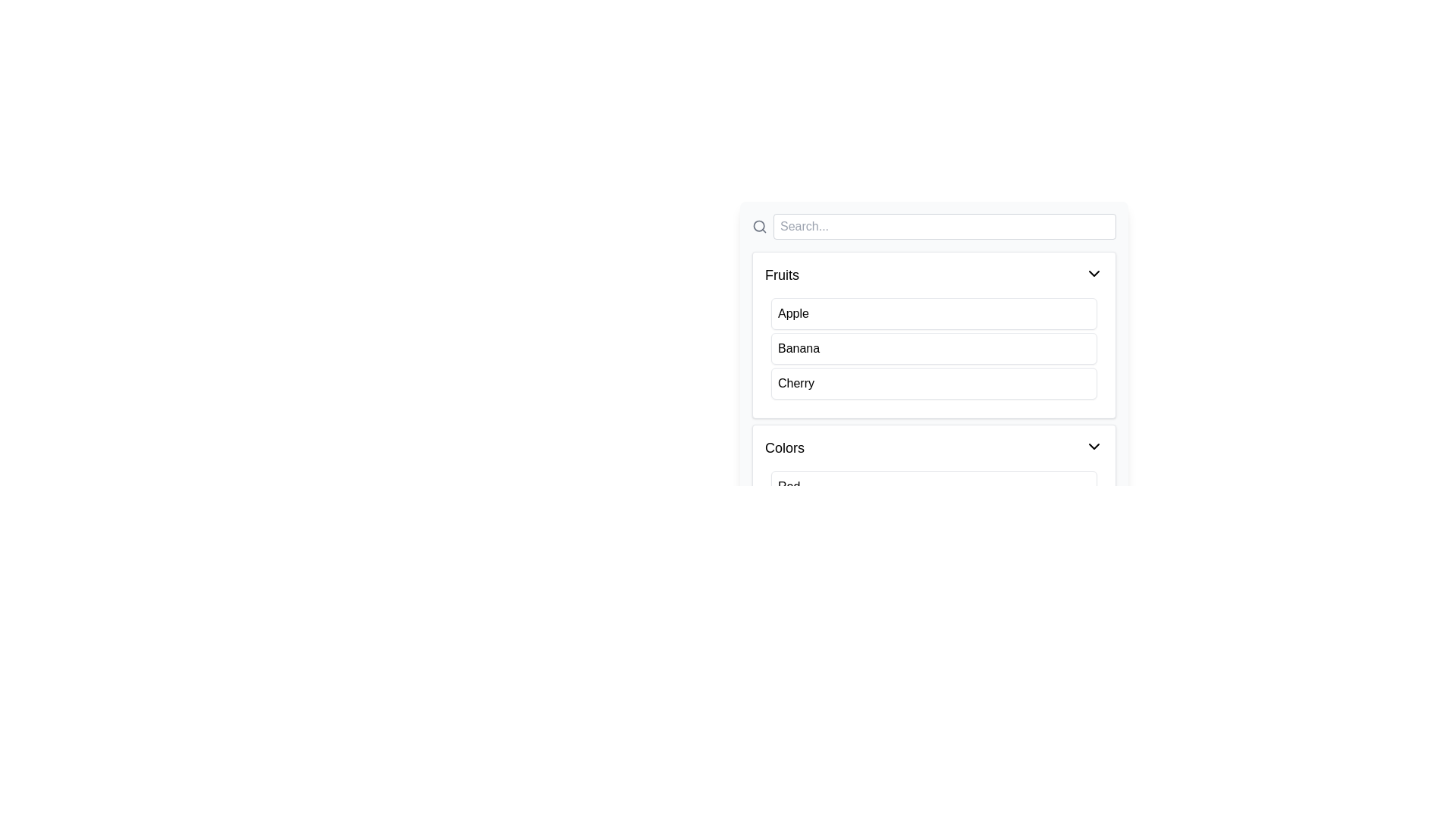 The image size is (1456, 819). I want to click on the 'Banana' text label within the 'Fruits' dropdown menu, so click(798, 348).